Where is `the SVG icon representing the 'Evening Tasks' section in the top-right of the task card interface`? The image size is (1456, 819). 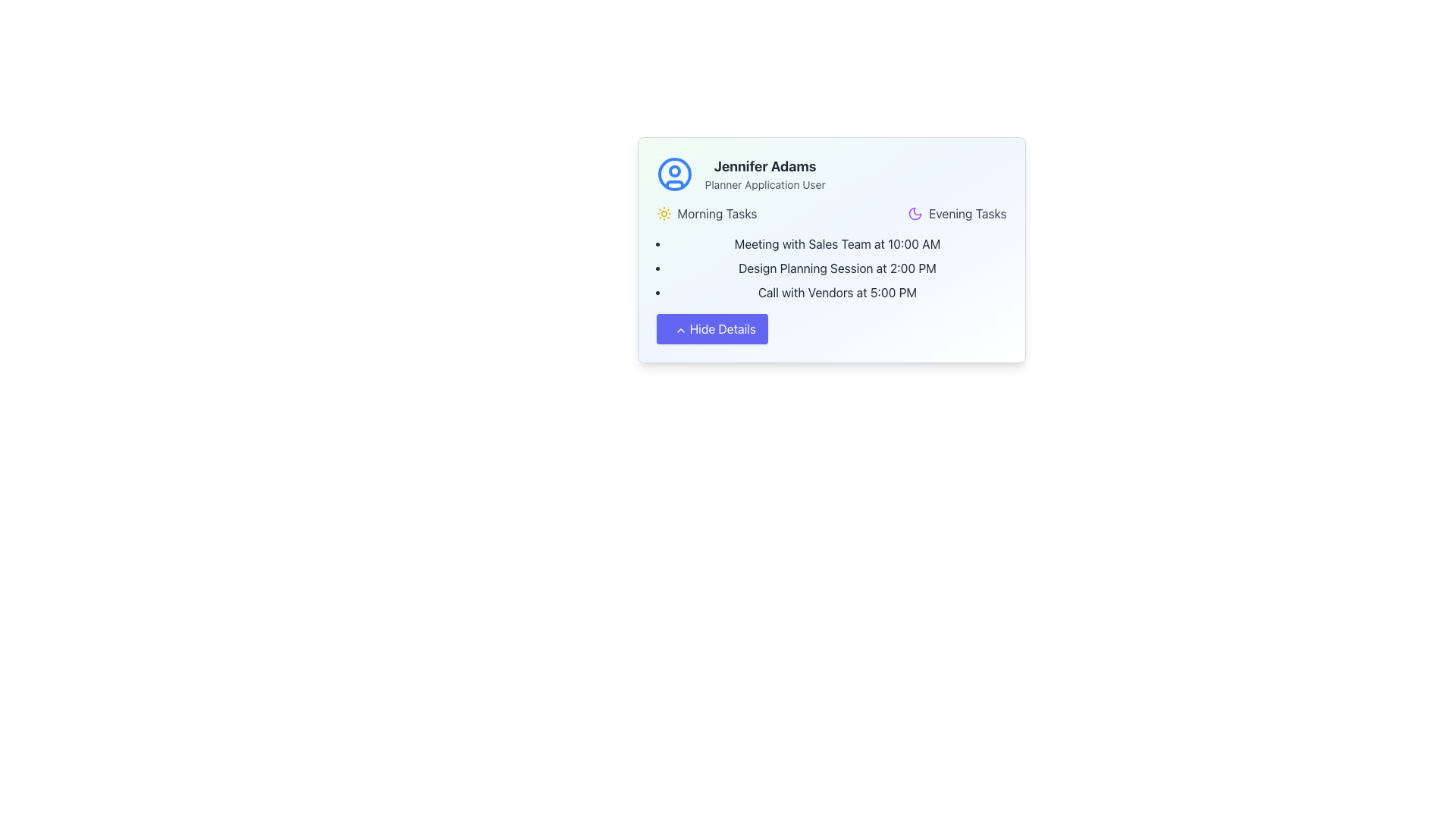
the SVG icon representing the 'Evening Tasks' section in the top-right of the task card interface is located at coordinates (915, 213).